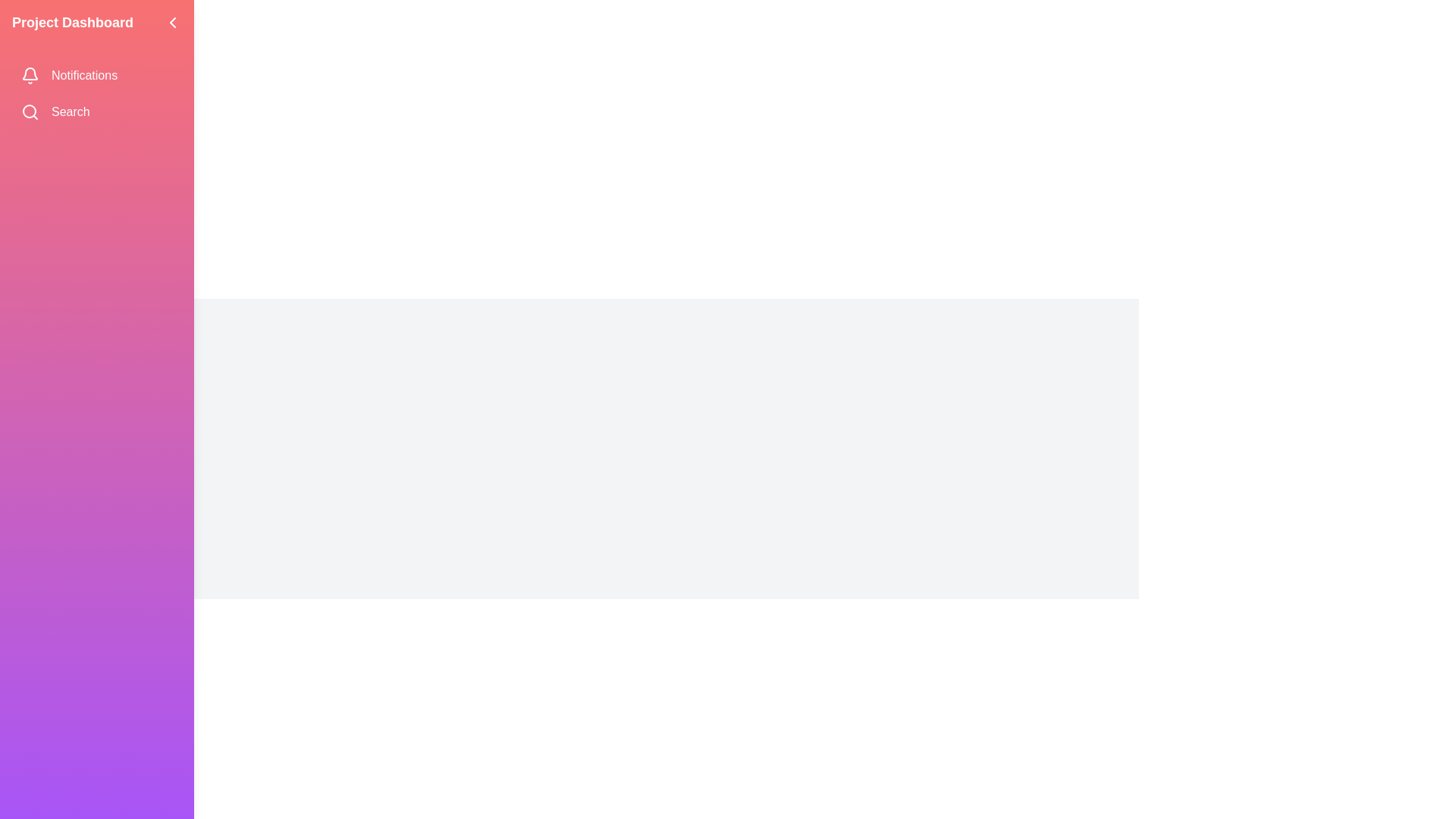 The width and height of the screenshot is (1456, 819). I want to click on the 'Notifications' menu item in the sidebar, so click(96, 76).